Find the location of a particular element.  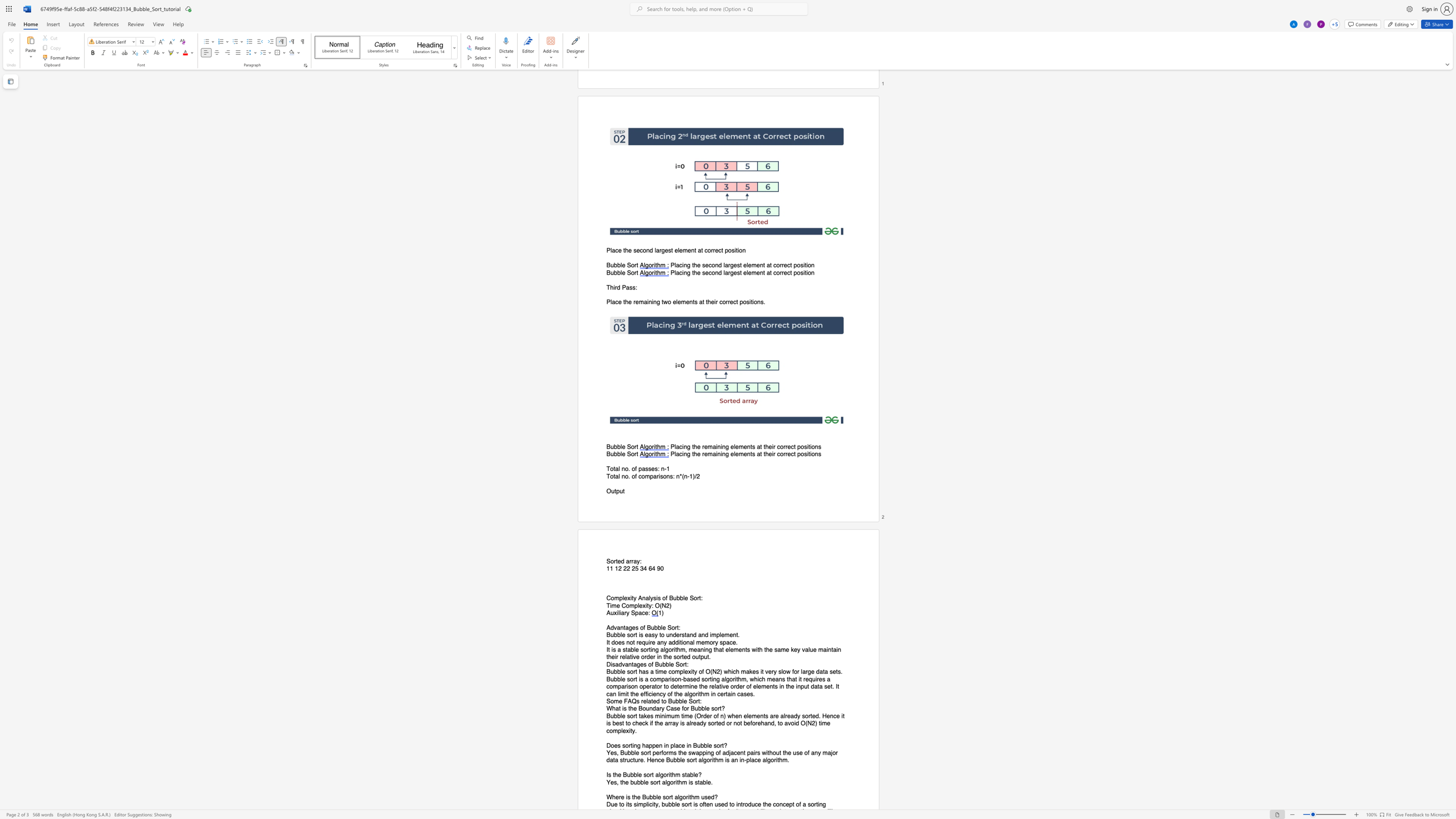

the 1th character "T" in the text is located at coordinates (608, 469).